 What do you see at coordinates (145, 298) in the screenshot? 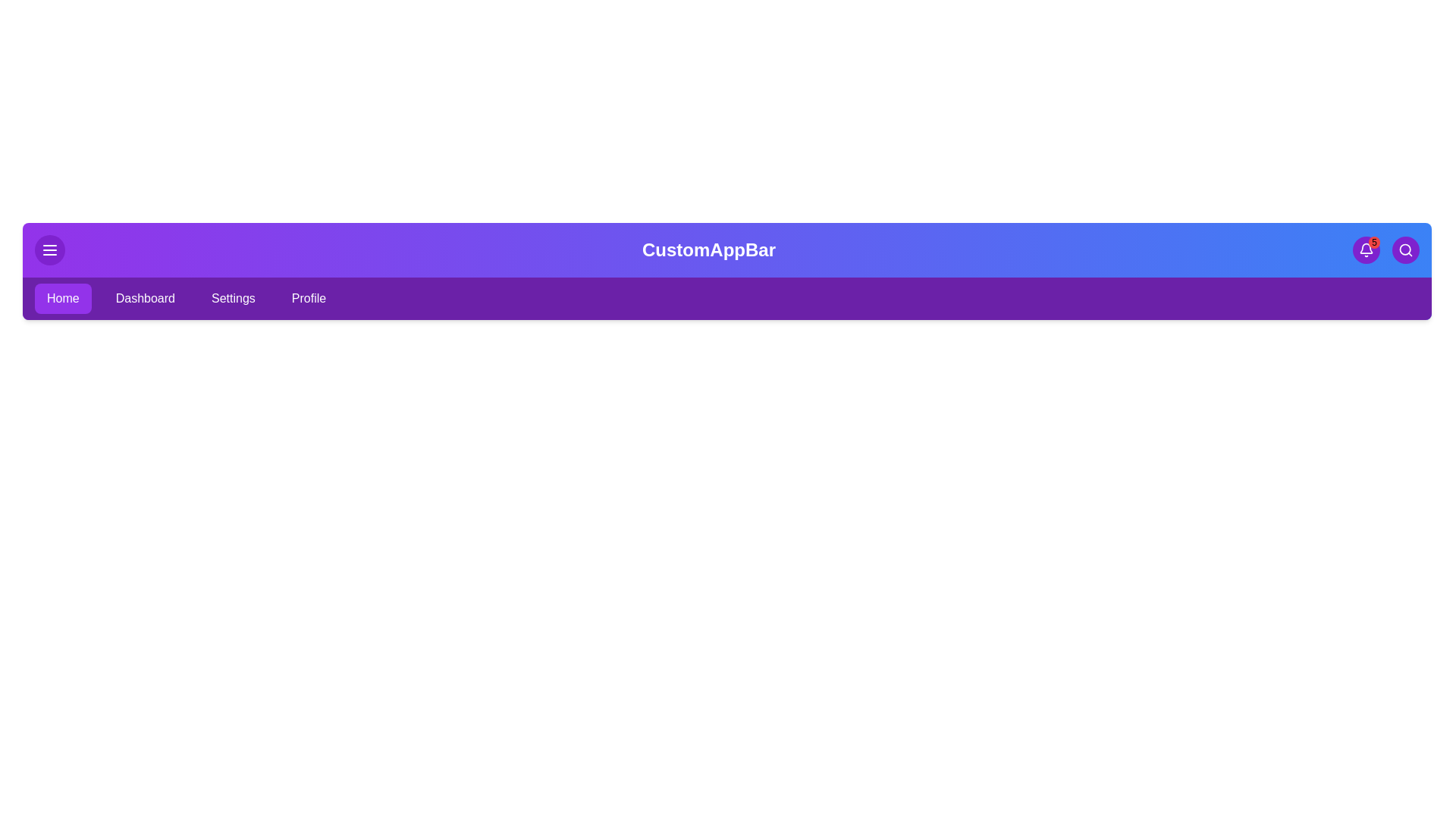
I see `the Dashboard tab from the navigation bar` at bounding box center [145, 298].